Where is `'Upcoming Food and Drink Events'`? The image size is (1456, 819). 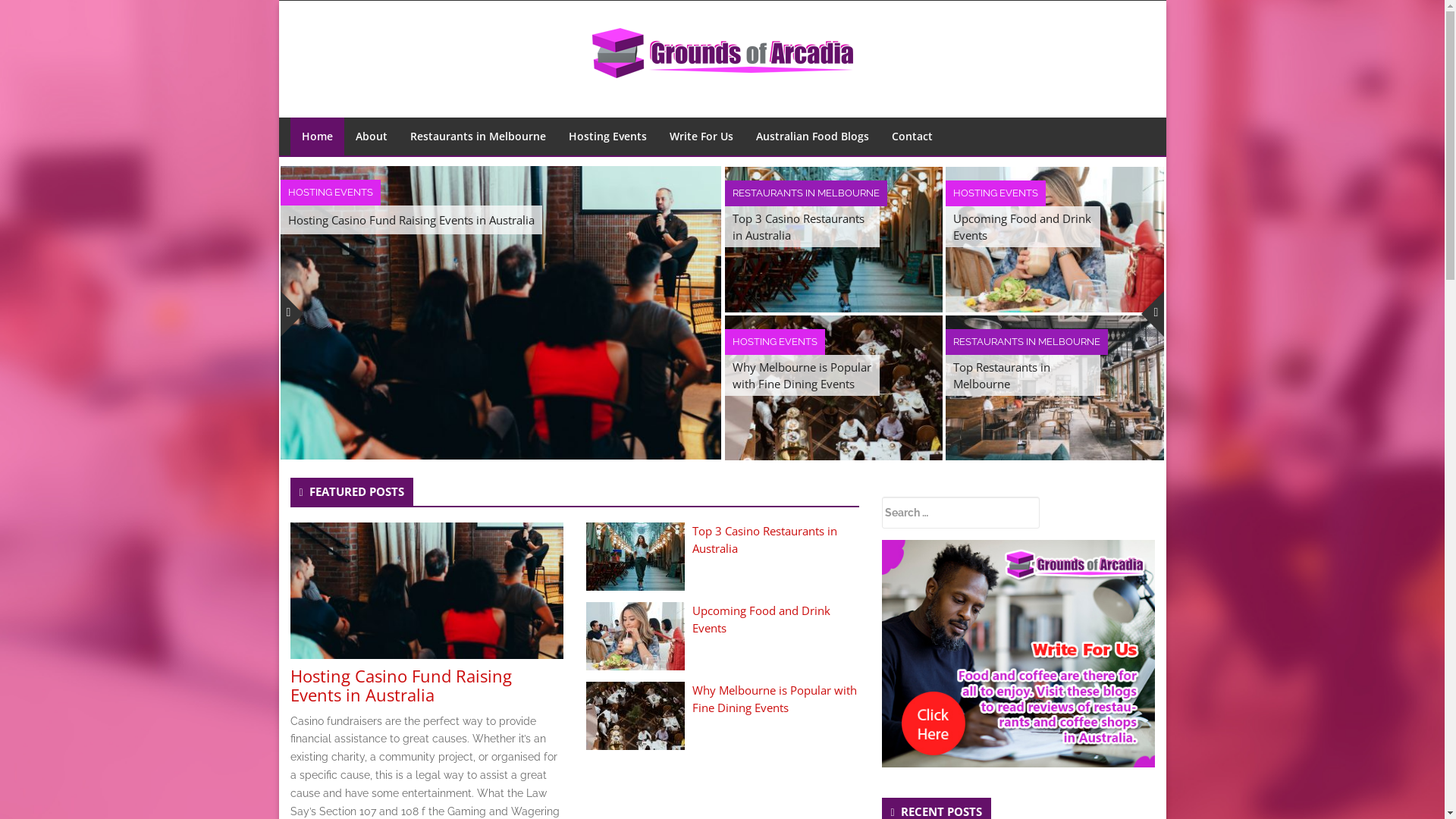
'Upcoming Food and Drink Events' is located at coordinates (1022, 227).